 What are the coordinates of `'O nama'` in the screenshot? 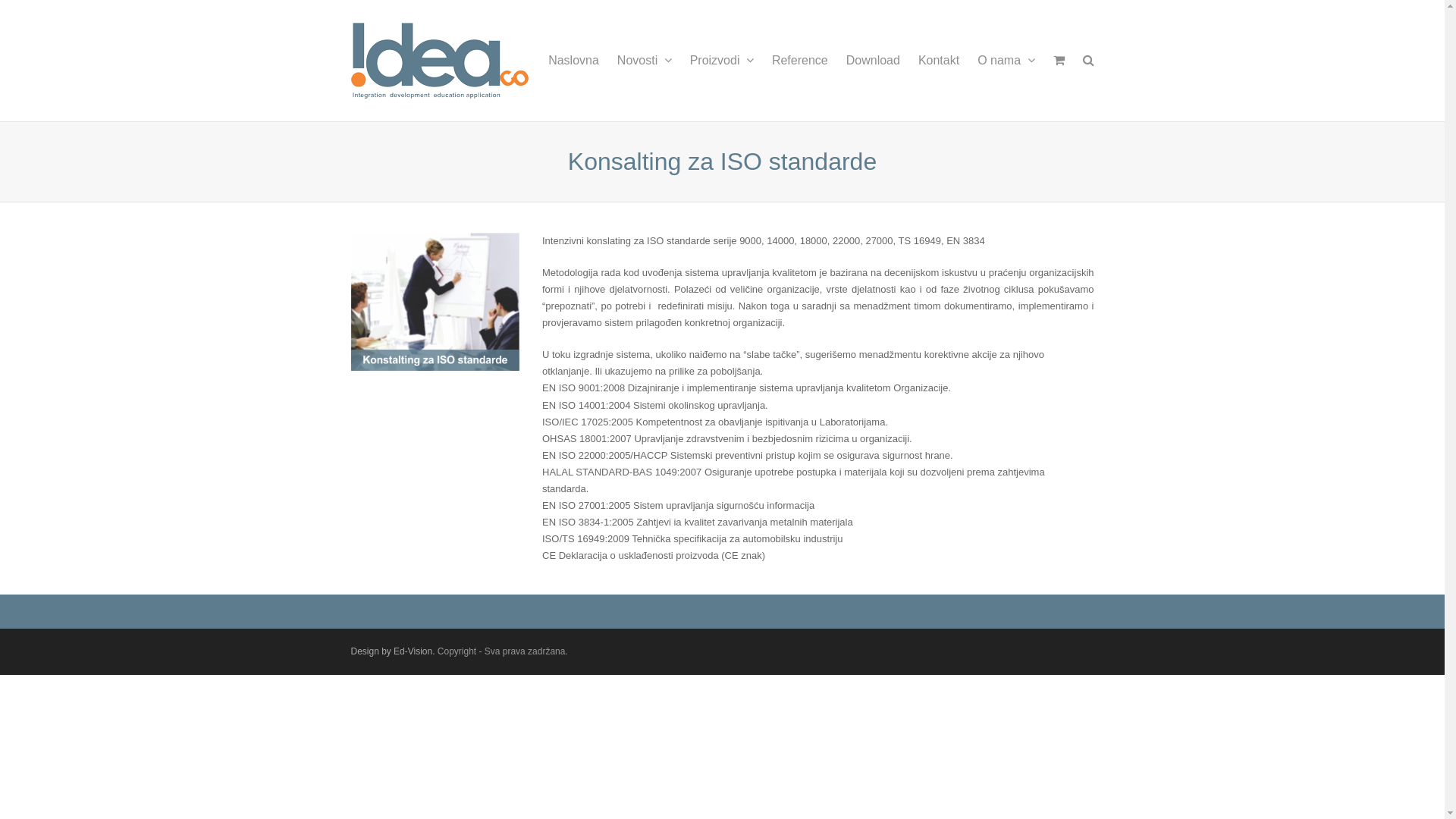 It's located at (1006, 60).